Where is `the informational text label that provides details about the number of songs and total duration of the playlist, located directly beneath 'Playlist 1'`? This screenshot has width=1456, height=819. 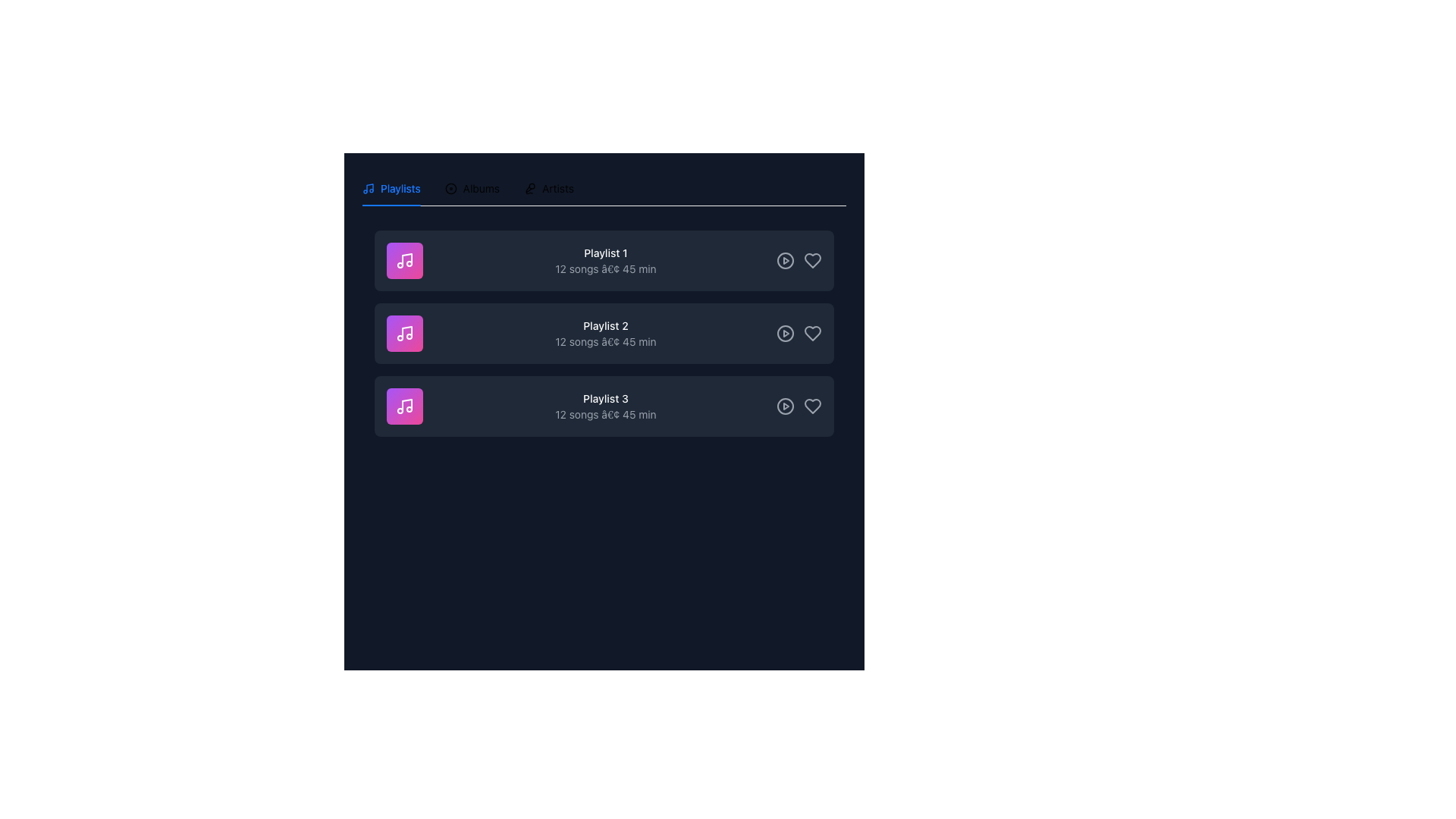 the informational text label that provides details about the number of songs and total duration of the playlist, located directly beneath 'Playlist 1' is located at coordinates (604, 268).